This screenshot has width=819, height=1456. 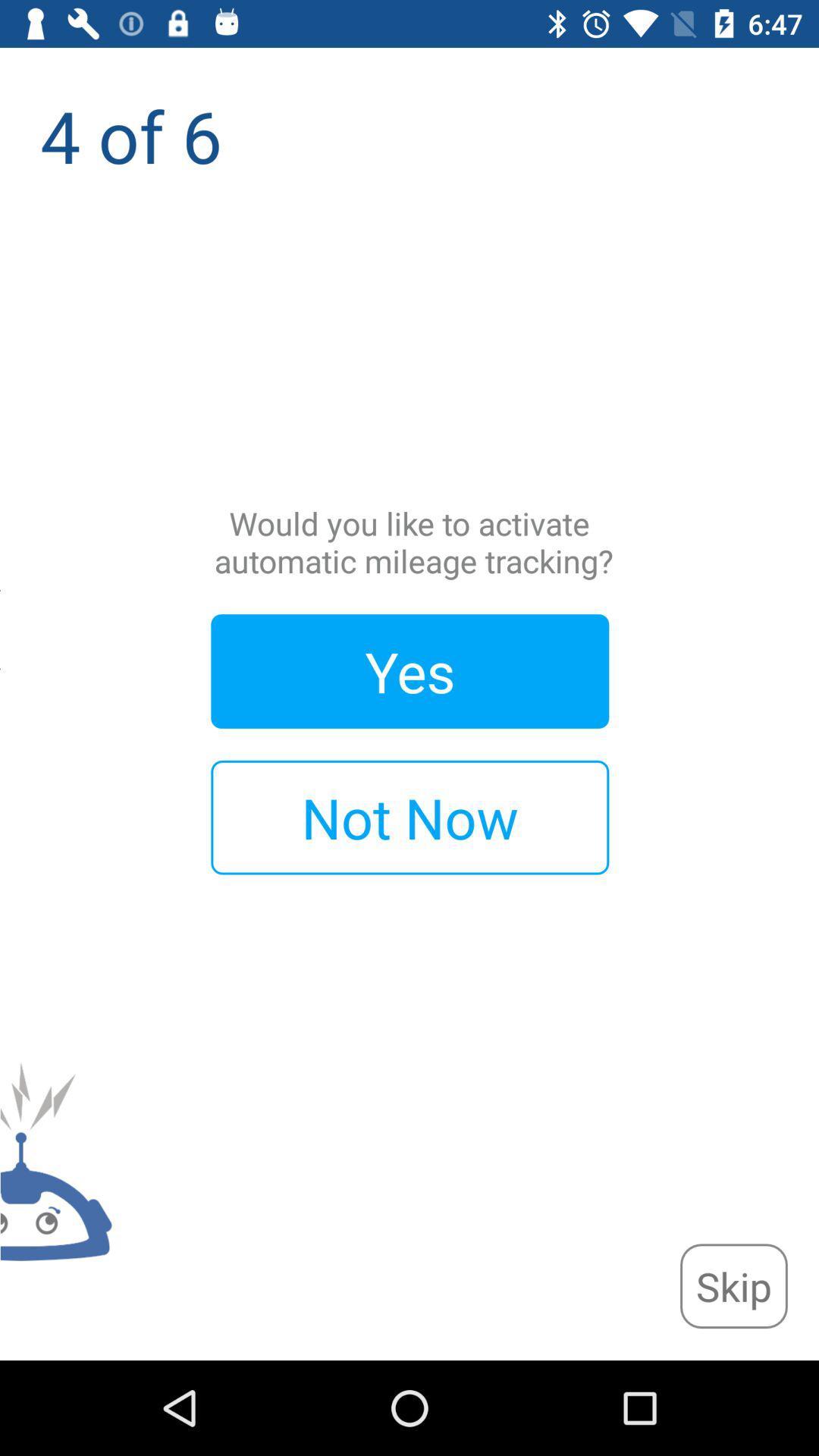 I want to click on the icon below the yes icon, so click(x=409, y=817).